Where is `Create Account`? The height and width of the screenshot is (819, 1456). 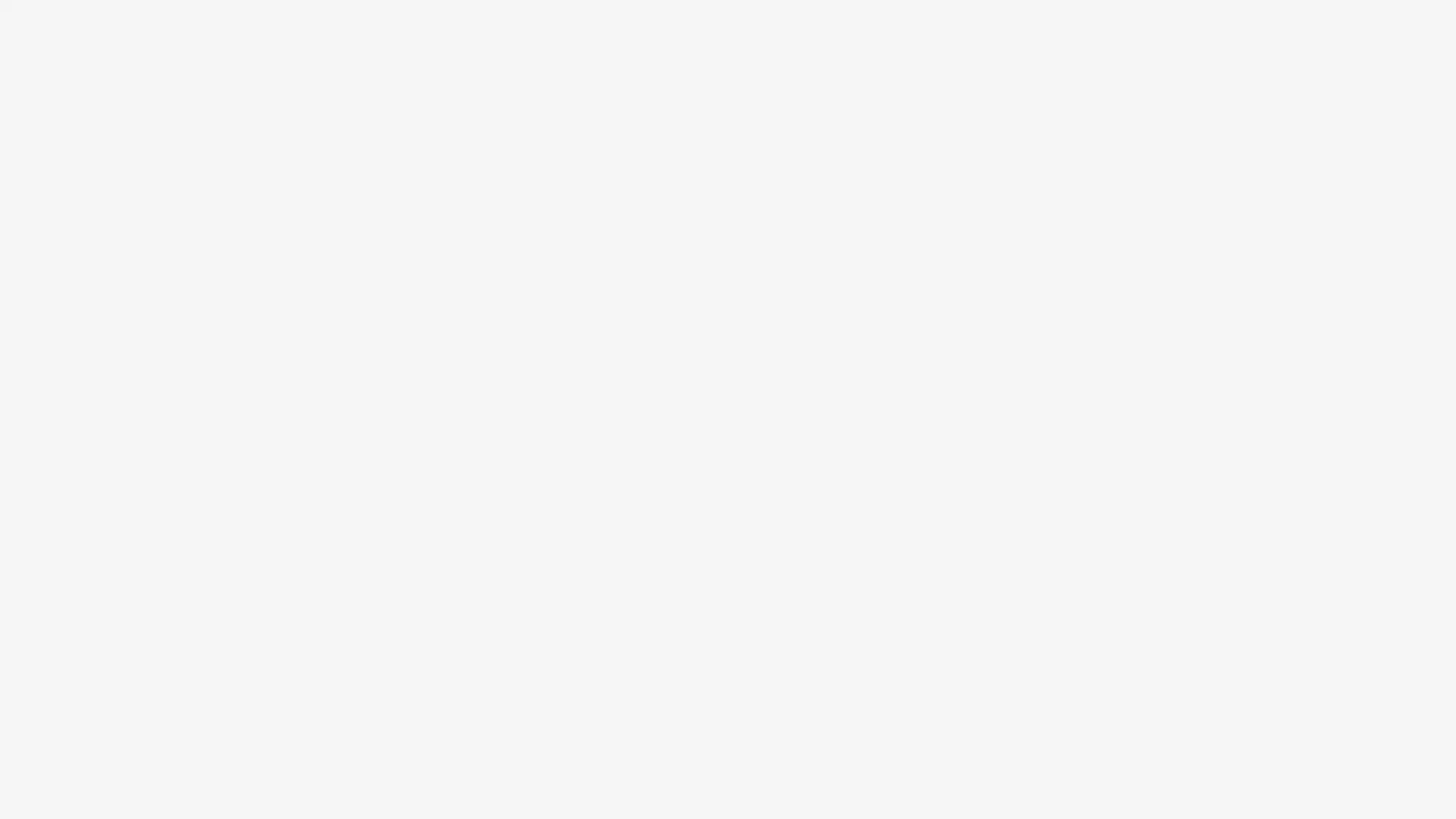 Create Account is located at coordinates (628, 522).